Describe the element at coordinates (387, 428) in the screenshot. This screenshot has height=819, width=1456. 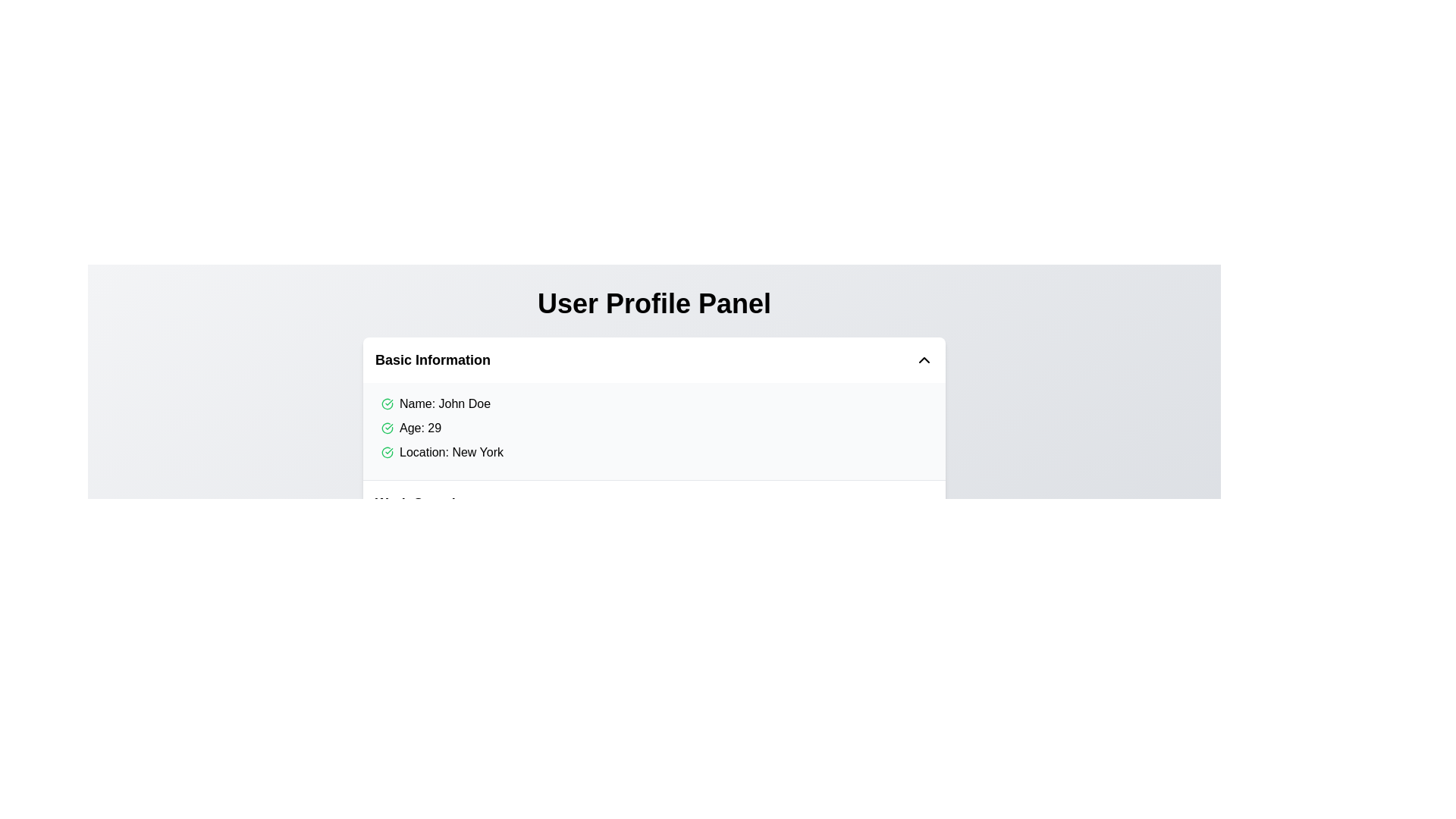
I see `the circular checkmark icon with a green outline located next to the text 'Age: 29' in the 'Basic Information' section` at that location.